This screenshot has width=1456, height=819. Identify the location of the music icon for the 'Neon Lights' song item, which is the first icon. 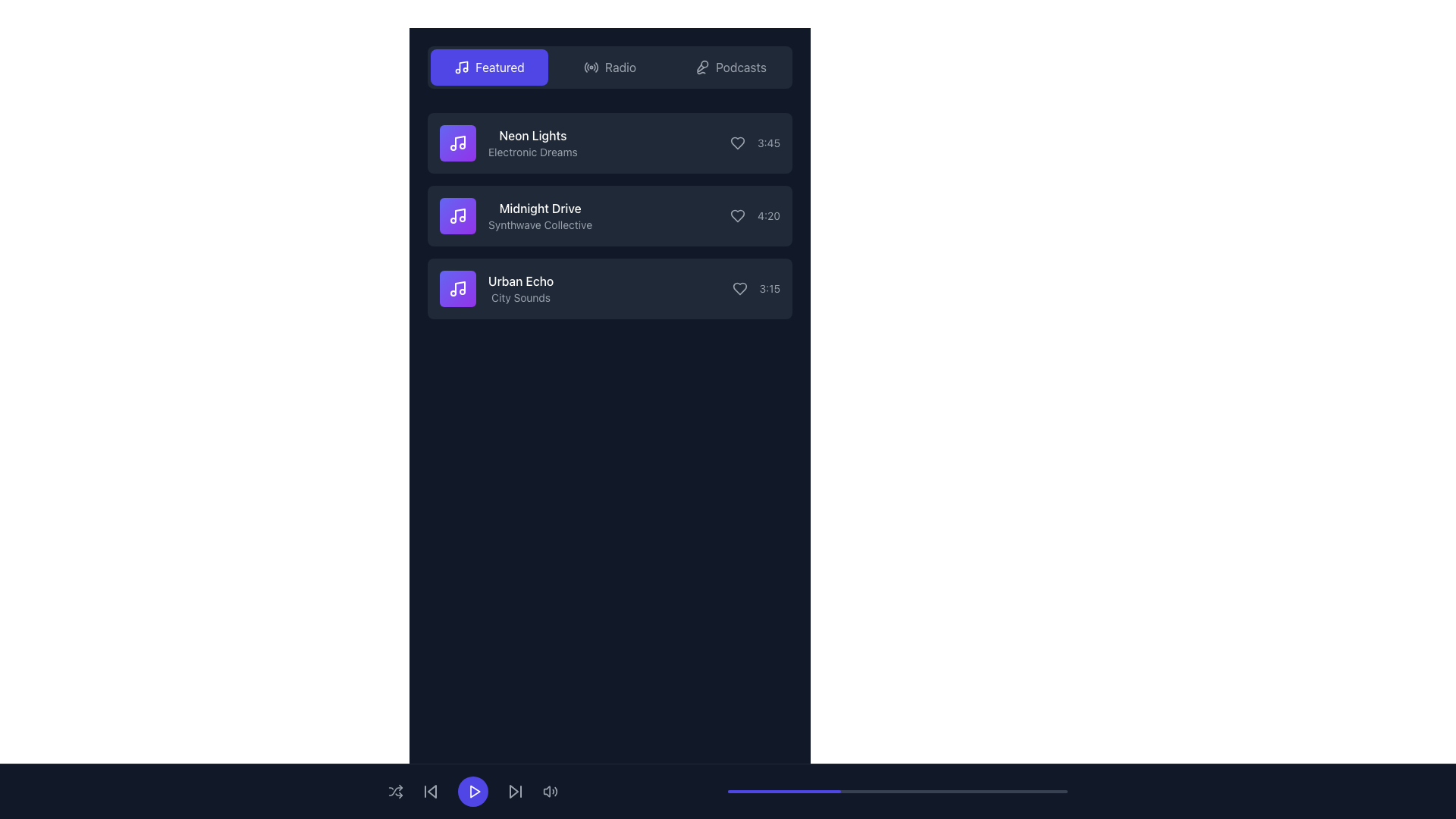
(457, 143).